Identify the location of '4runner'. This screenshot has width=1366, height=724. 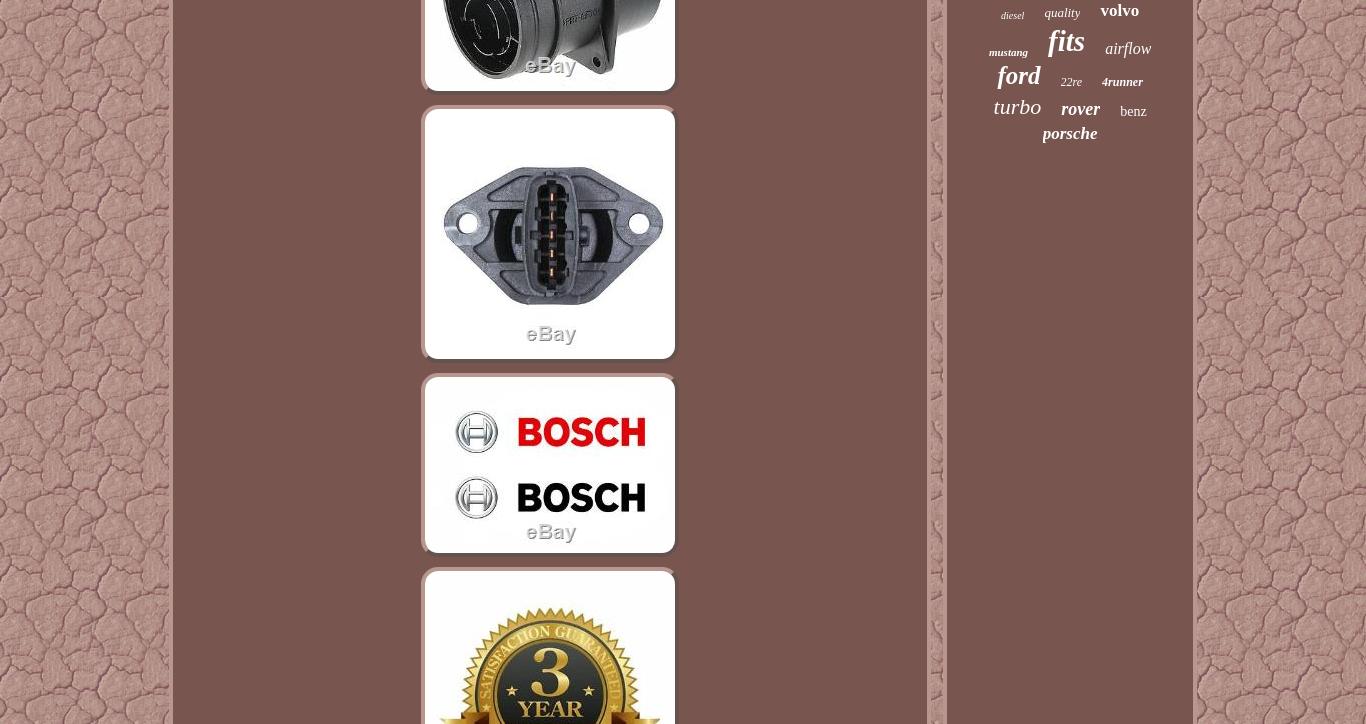
(1121, 82).